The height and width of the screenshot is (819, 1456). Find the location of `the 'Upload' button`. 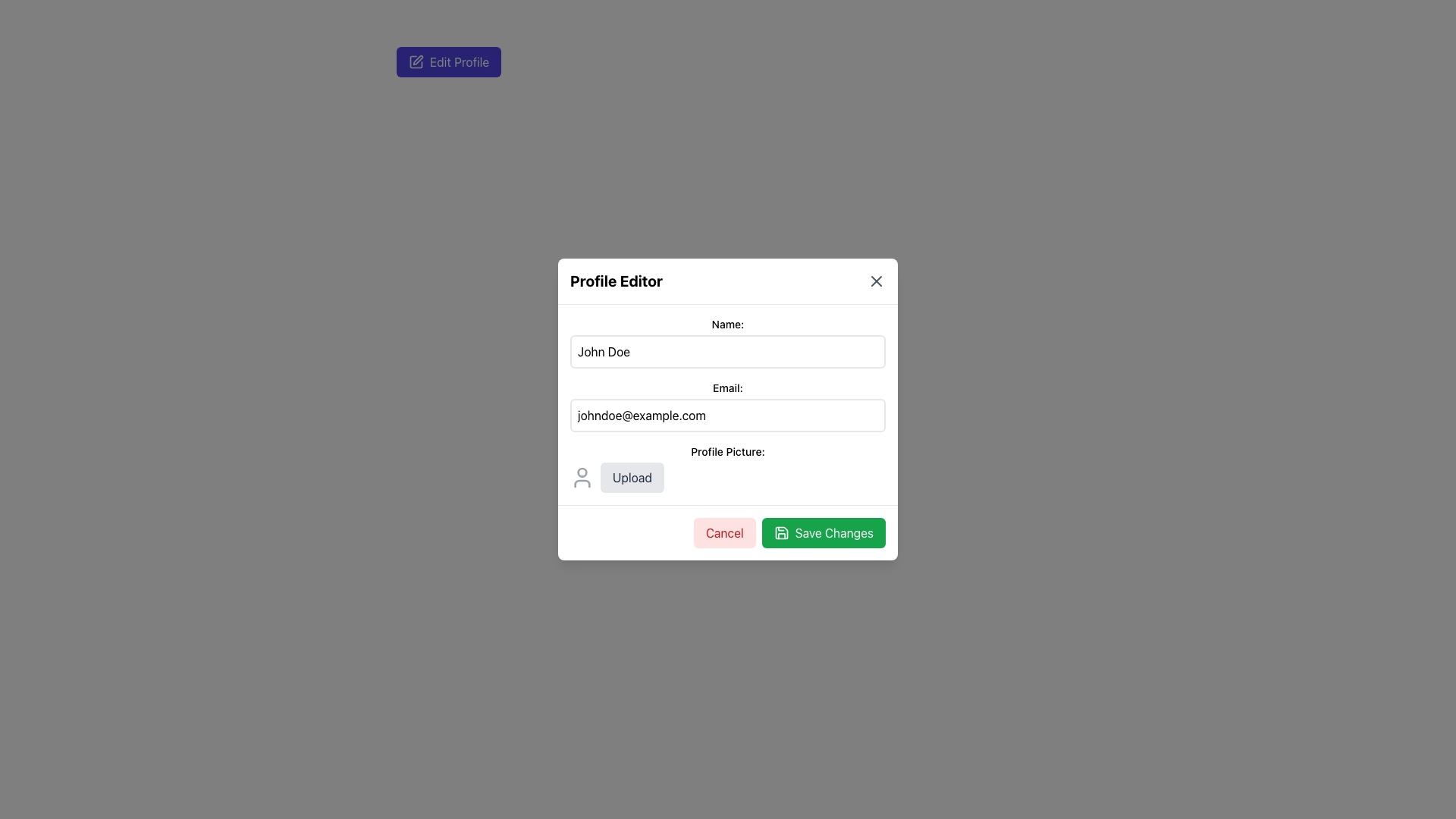

the 'Upload' button is located at coordinates (632, 476).